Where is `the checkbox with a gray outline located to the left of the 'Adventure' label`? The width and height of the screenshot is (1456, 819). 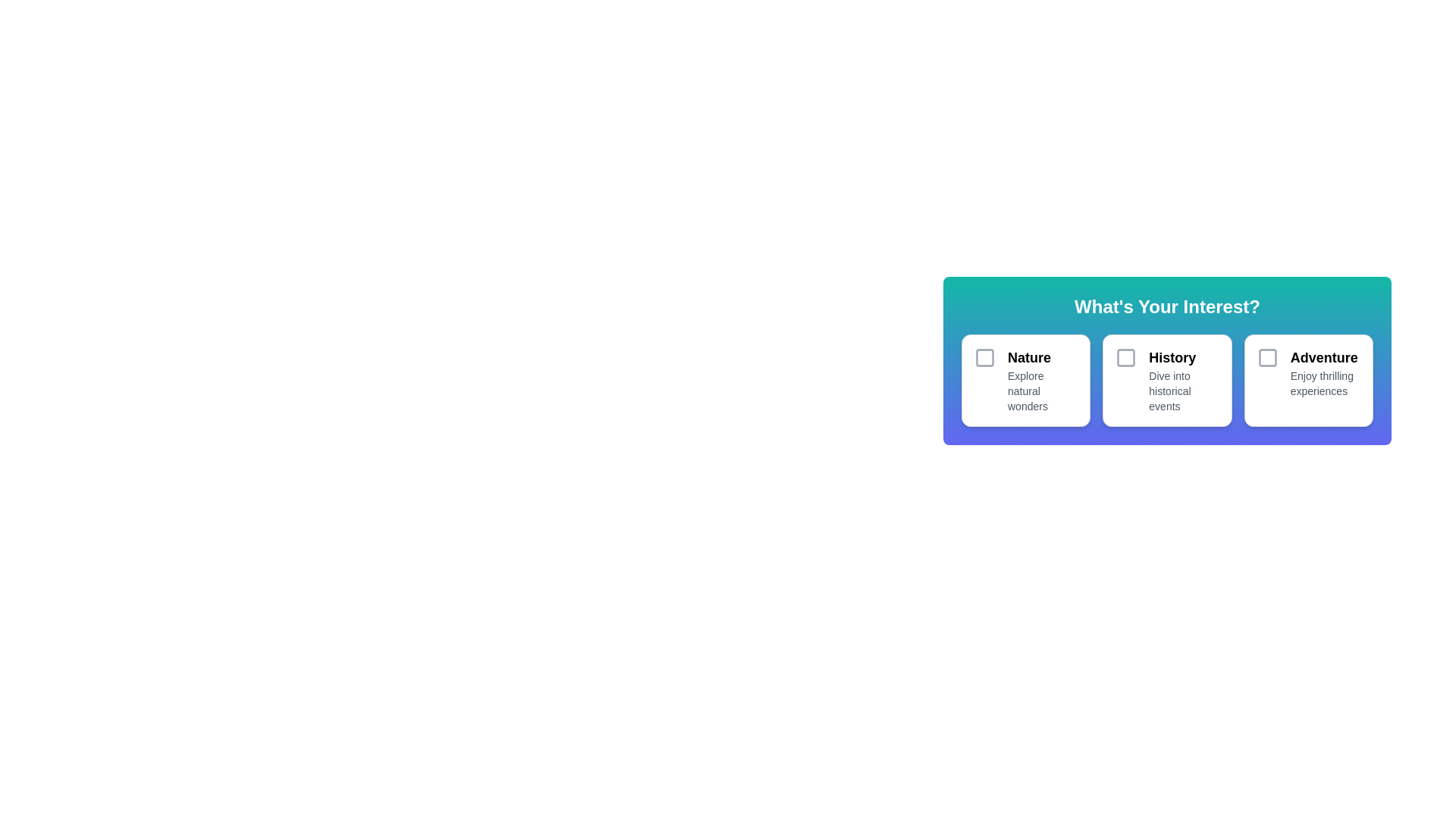 the checkbox with a gray outline located to the left of the 'Adventure' label is located at coordinates (1267, 357).